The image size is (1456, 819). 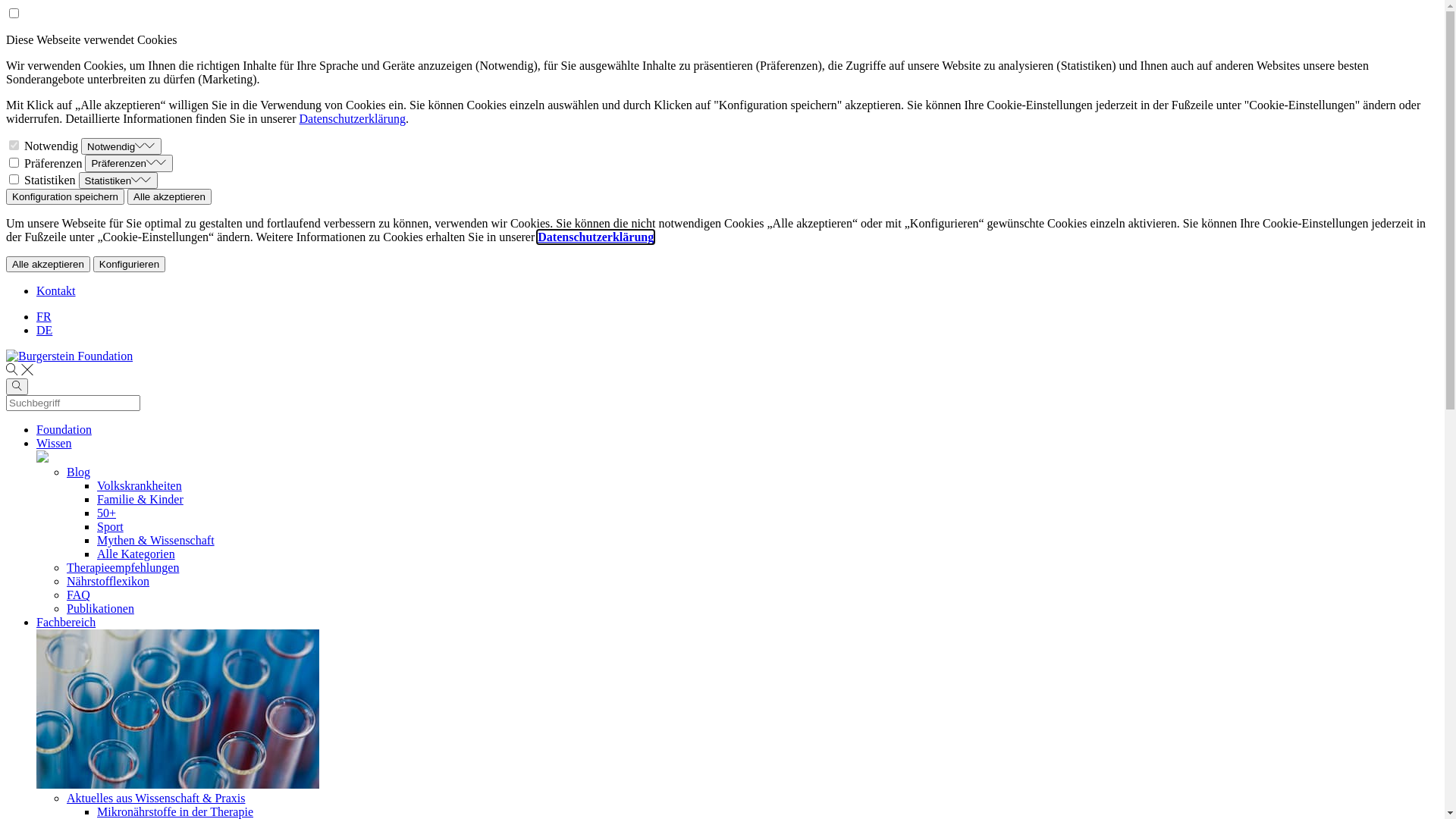 What do you see at coordinates (120, 146) in the screenshot?
I see `'Notwendig'` at bounding box center [120, 146].